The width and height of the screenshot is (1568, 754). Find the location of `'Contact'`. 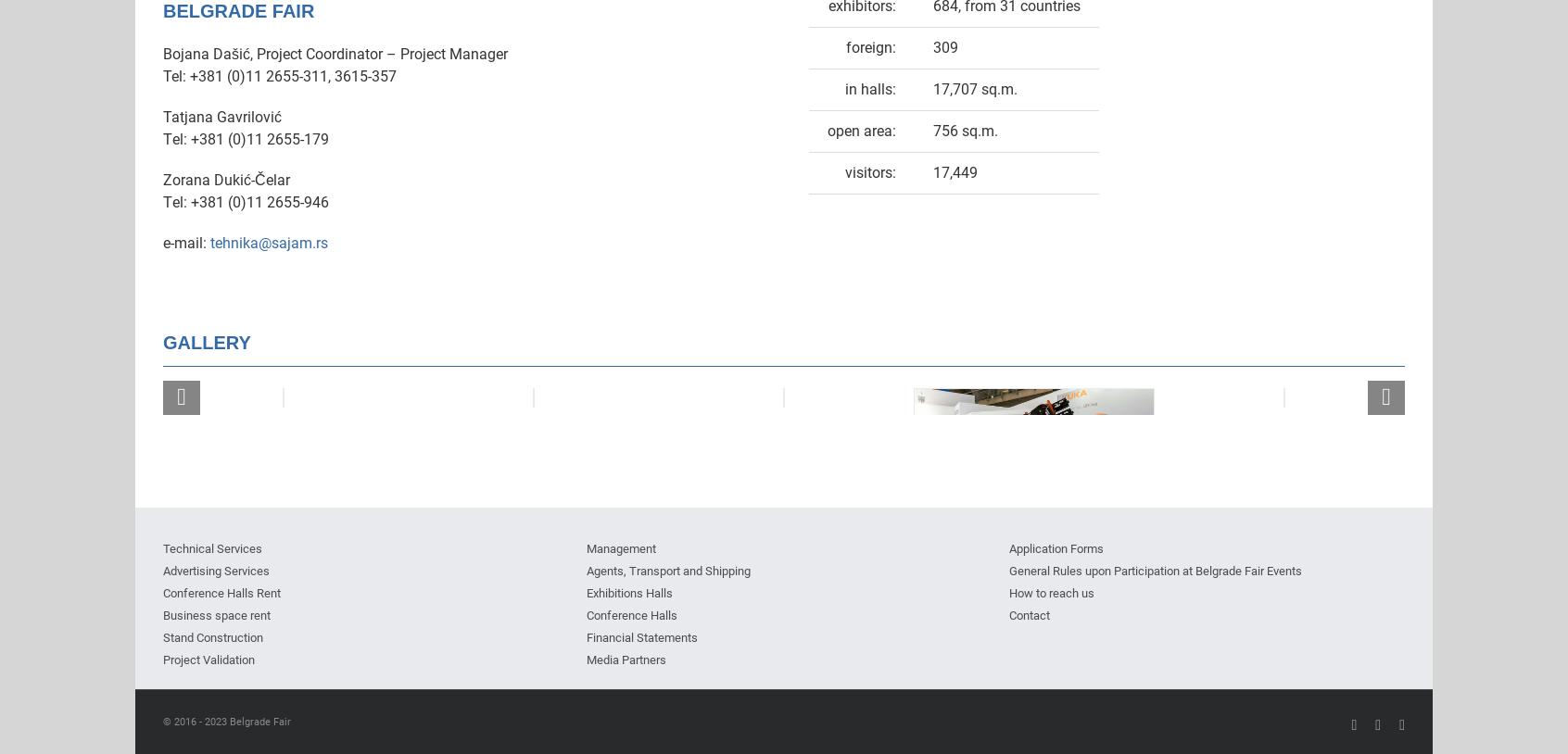

'Contact' is located at coordinates (1029, 614).